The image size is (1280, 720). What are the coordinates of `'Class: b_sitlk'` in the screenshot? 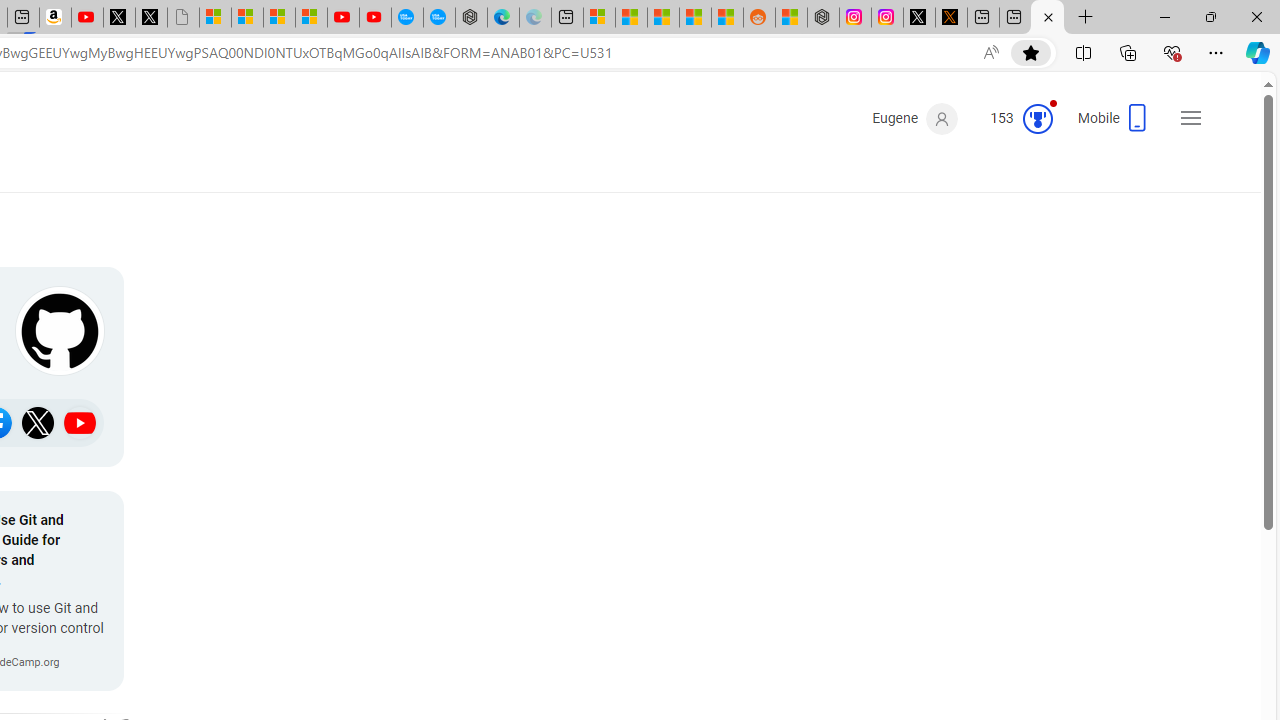 It's located at (80, 422).